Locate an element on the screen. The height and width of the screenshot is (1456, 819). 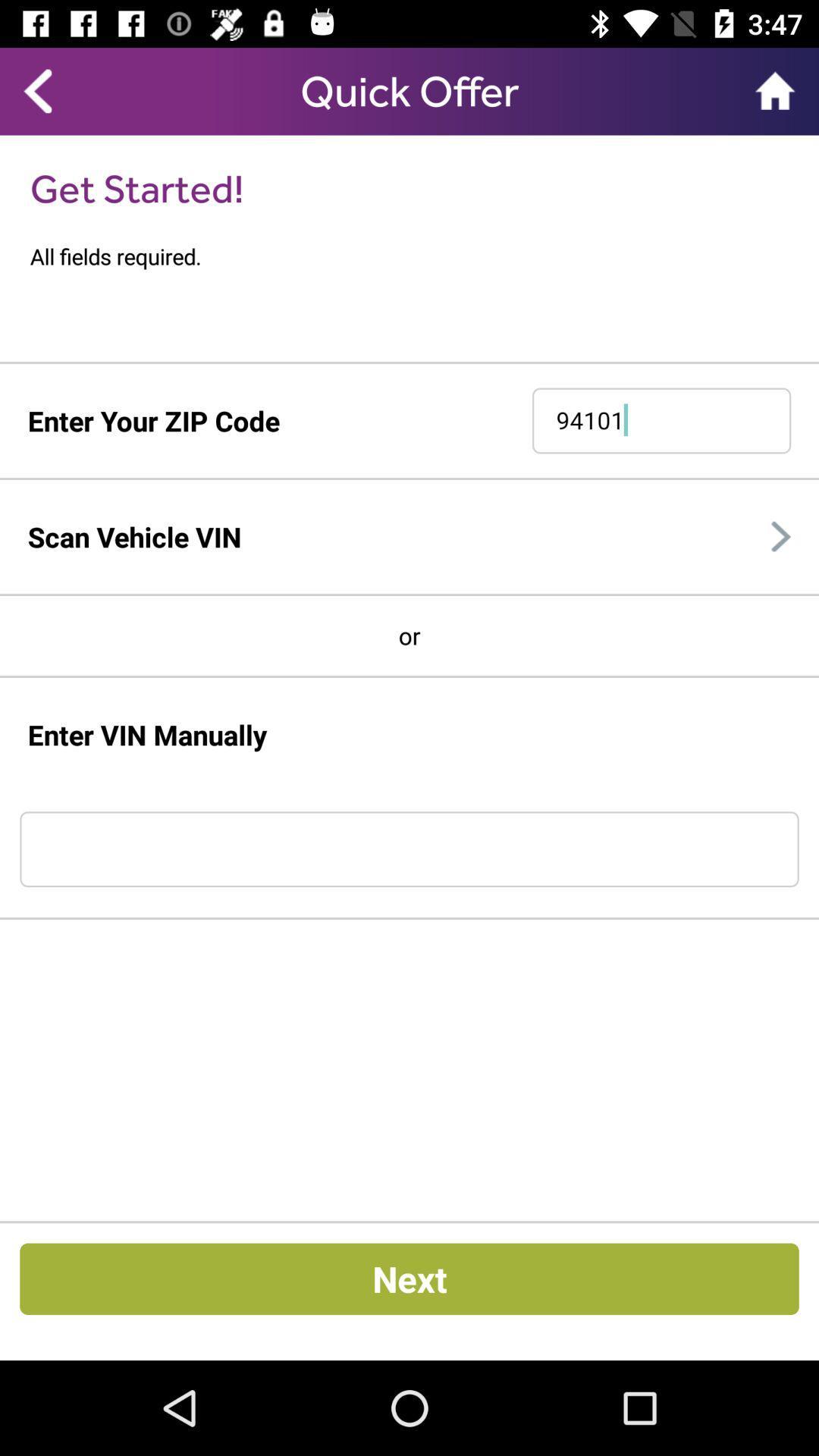
type the text bar is located at coordinates (409, 849).